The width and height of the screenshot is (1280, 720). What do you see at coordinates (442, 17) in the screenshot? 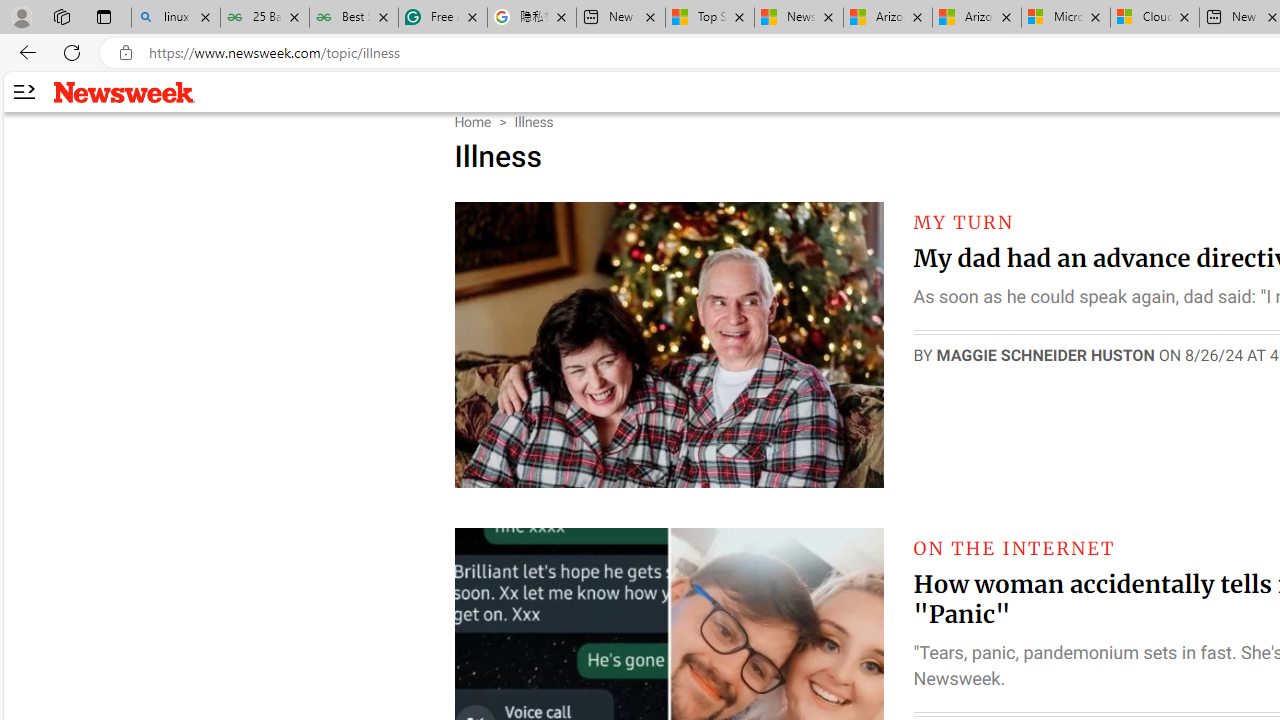
I see `'Free AI Writing Assistance for Students | Grammarly'` at bounding box center [442, 17].